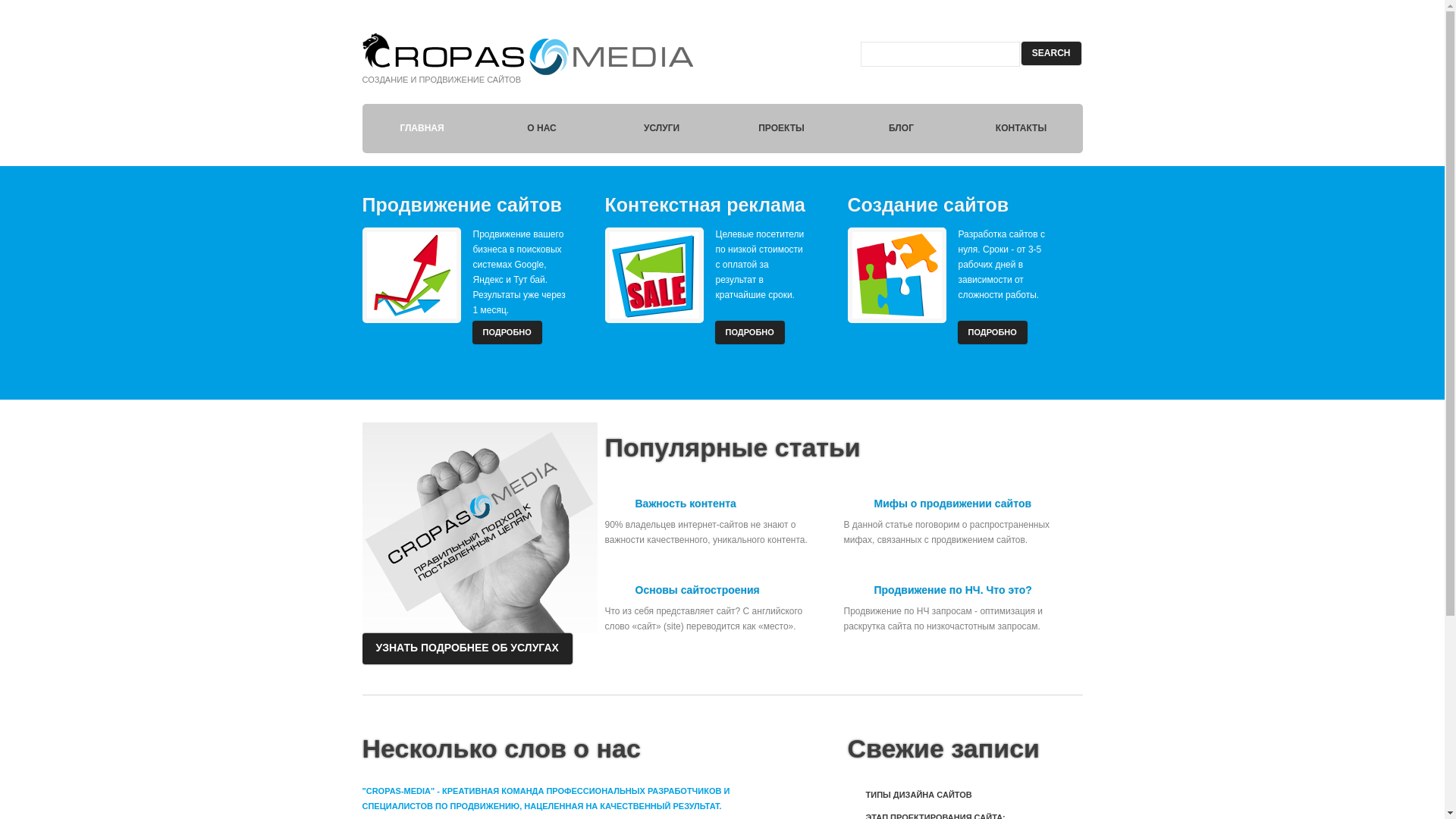 Image resolution: width=1456 pixels, height=819 pixels. Describe the element at coordinates (1050, 52) in the screenshot. I see `'search'` at that location.